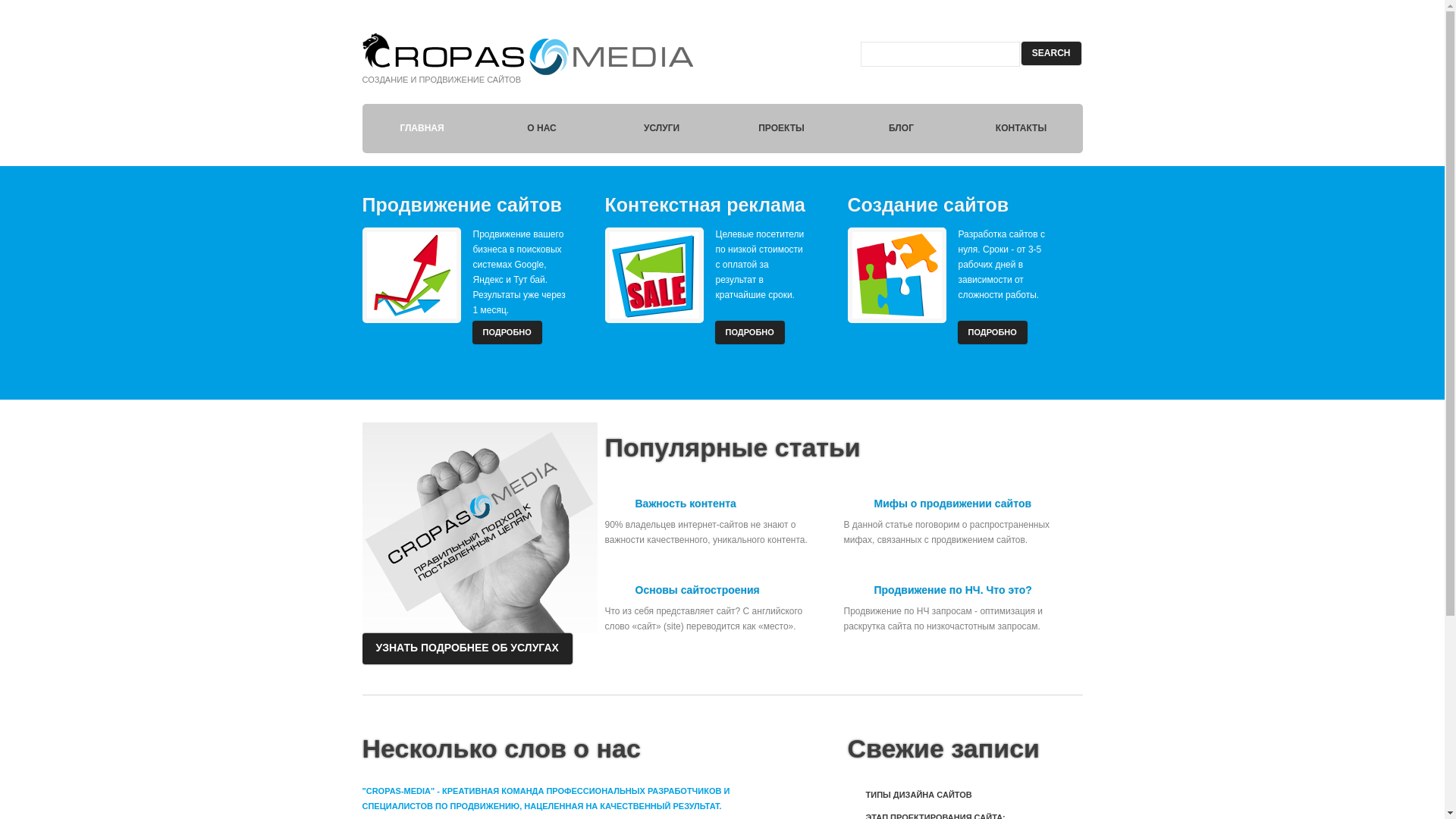 Image resolution: width=1456 pixels, height=819 pixels. Describe the element at coordinates (1050, 52) in the screenshot. I see `'search'` at that location.